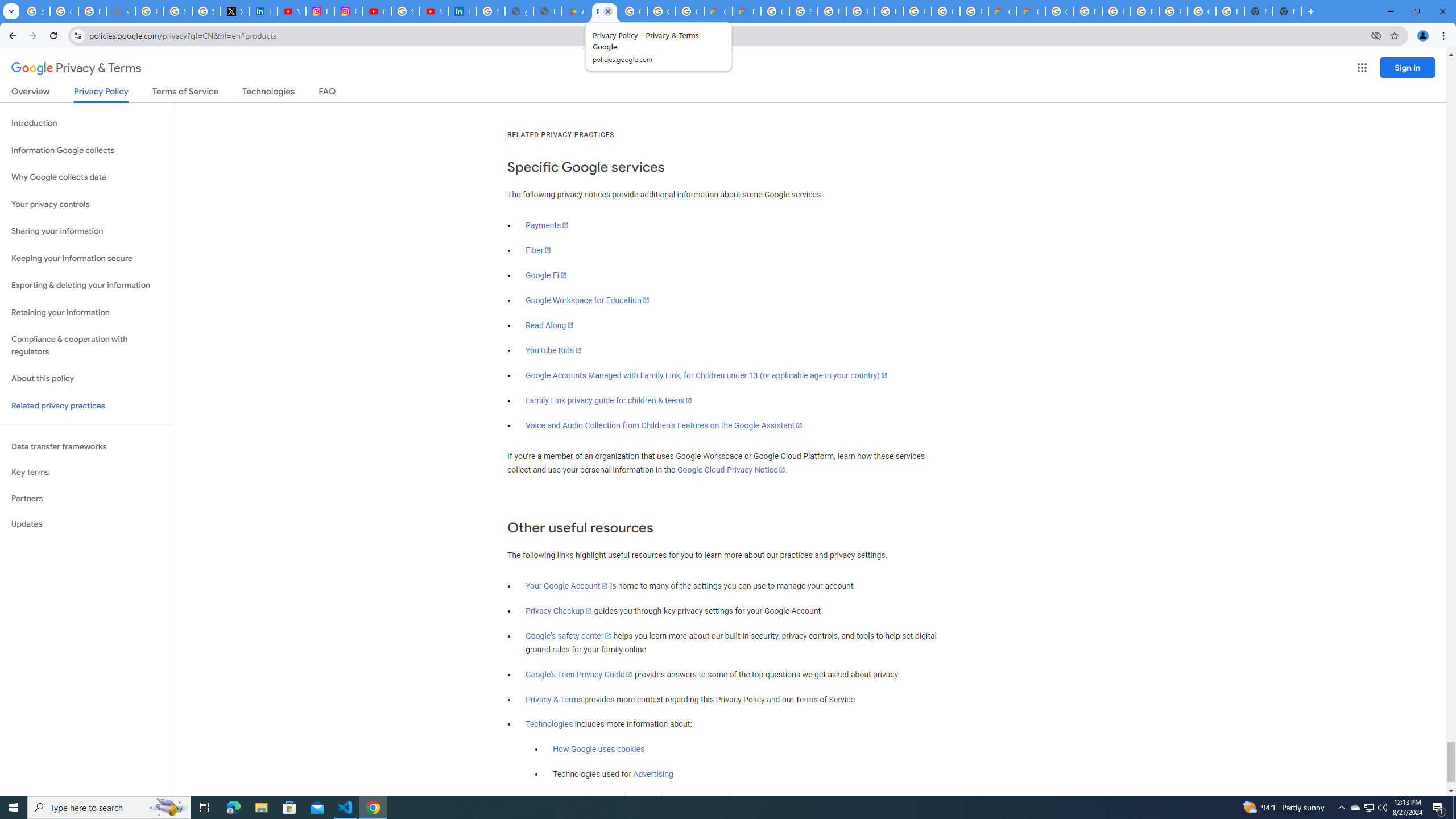 This screenshot has width=1456, height=819. Describe the element at coordinates (1287, 11) in the screenshot. I see `'New Tab'` at that location.